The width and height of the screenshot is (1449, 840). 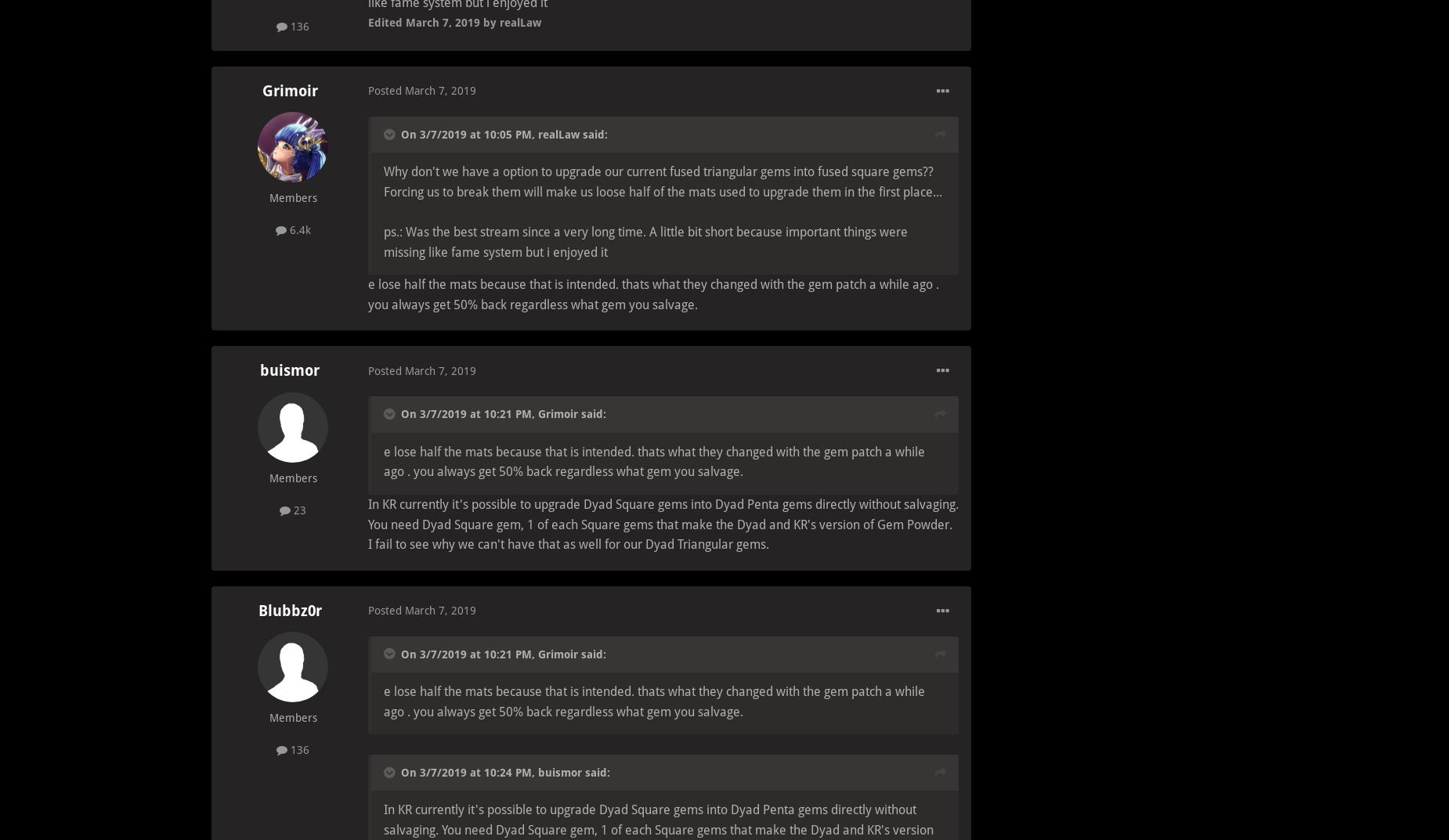 What do you see at coordinates (384, 190) in the screenshot?
I see `'Forcing us to break them will make us loose half of the mats used to upgrade them in the first place...'` at bounding box center [384, 190].